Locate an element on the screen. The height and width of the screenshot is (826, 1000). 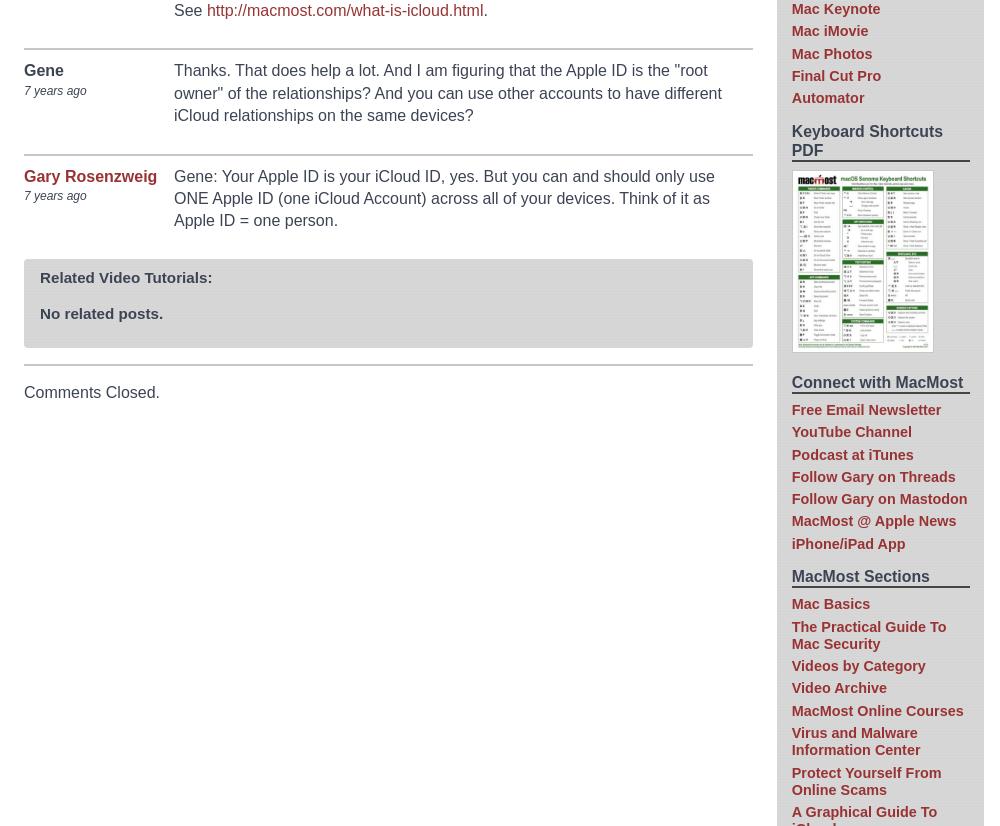
'Connect with MacMost' is located at coordinates (877, 382).